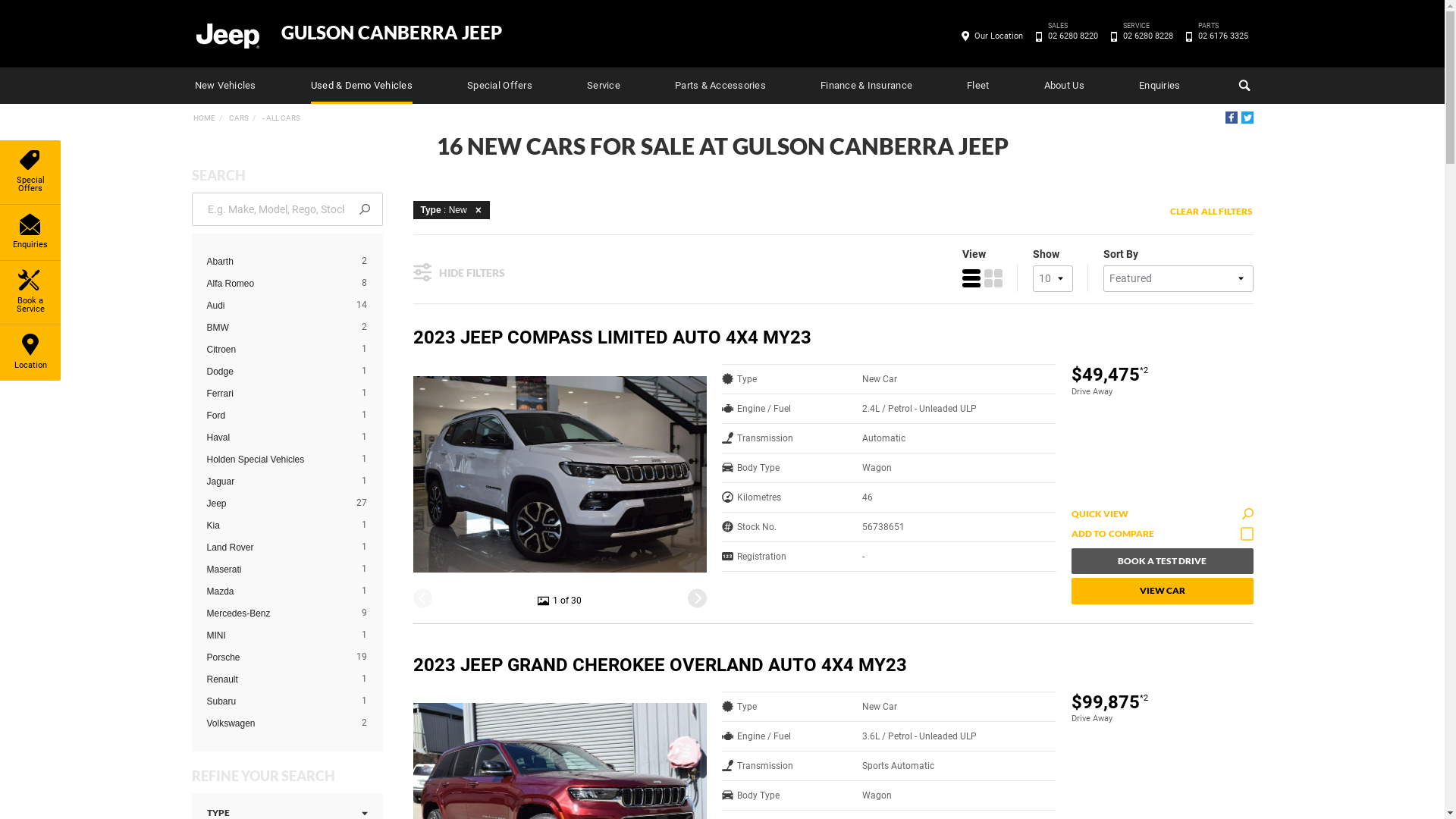  I want to click on 'QUICK VIEW', so click(1160, 513).